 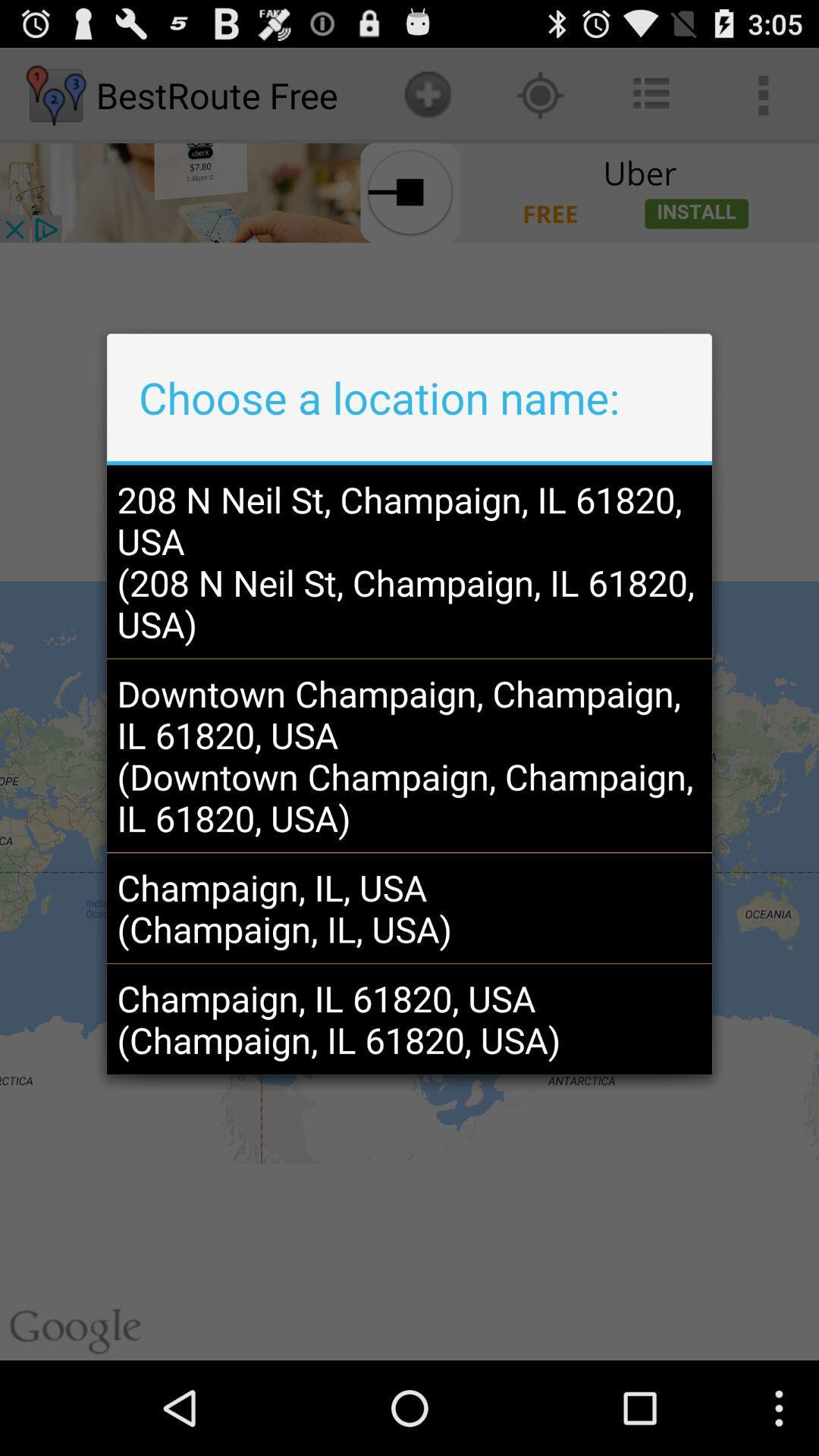 I want to click on item above downtown champaign champaign, so click(x=409, y=560).